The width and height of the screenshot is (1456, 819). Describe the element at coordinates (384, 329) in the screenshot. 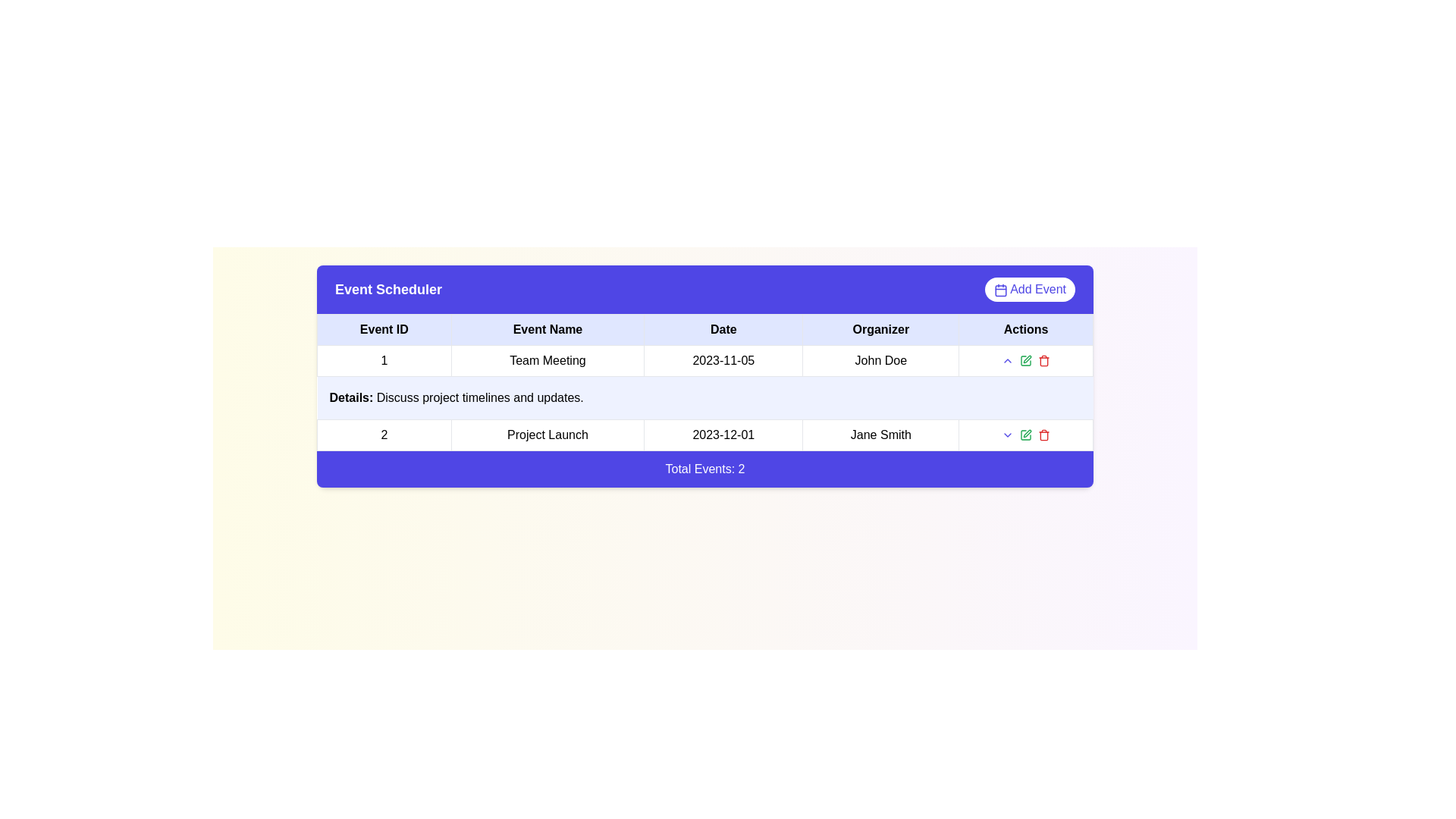

I see `the 'Event ID' column header in the table` at that location.